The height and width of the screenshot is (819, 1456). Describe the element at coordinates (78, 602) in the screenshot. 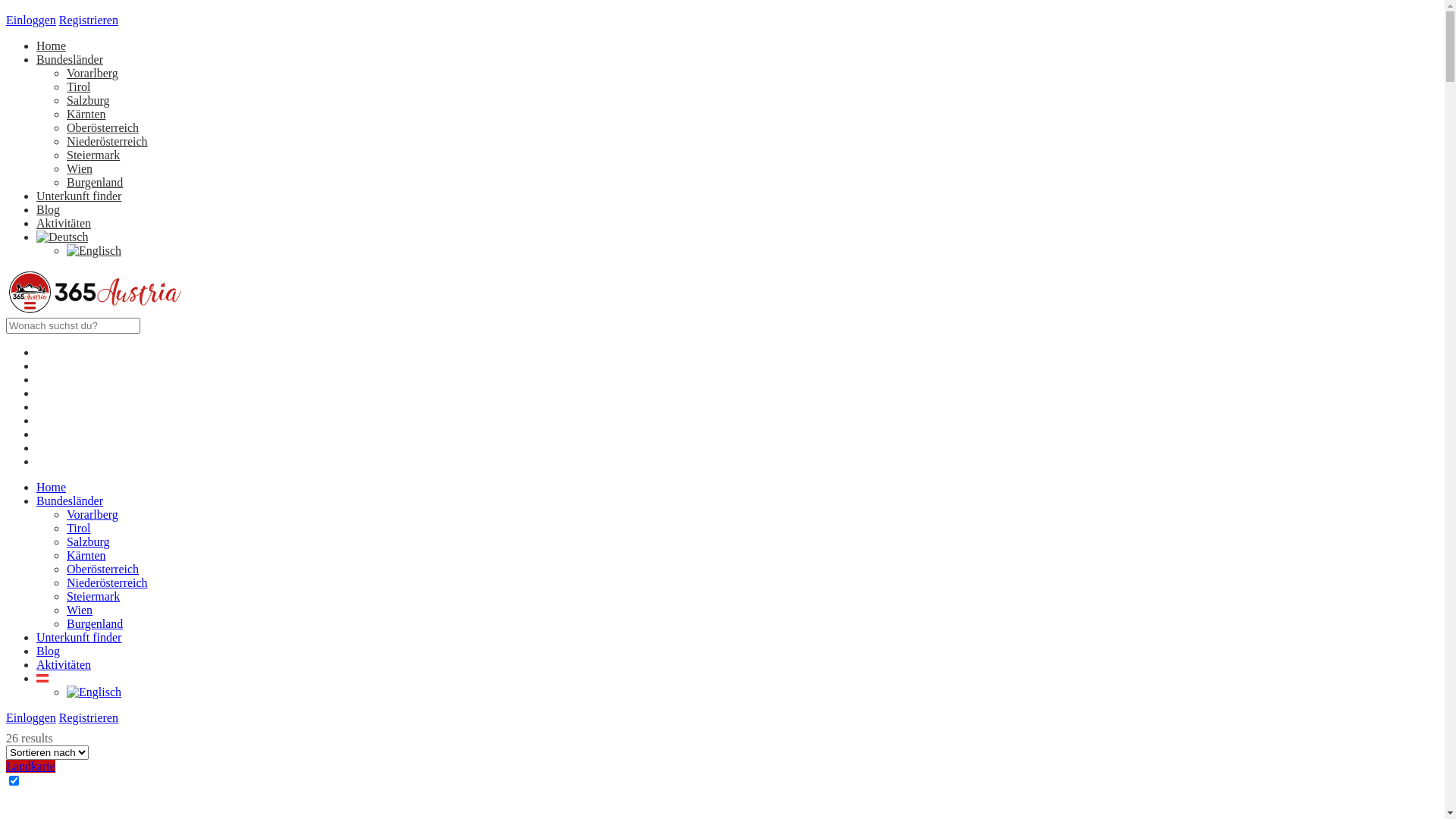

I see `'Unterkunft finder'` at that location.